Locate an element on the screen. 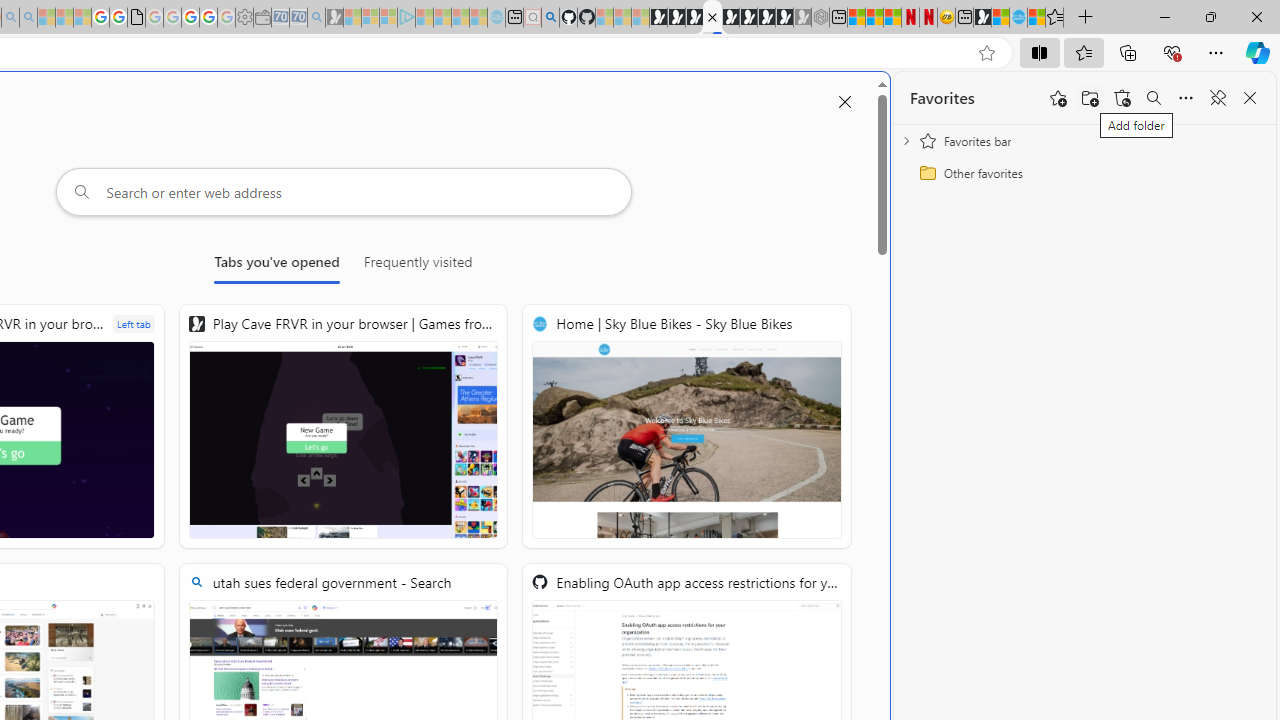 The width and height of the screenshot is (1280, 720). 'Search or enter web address' is located at coordinates (343, 191).